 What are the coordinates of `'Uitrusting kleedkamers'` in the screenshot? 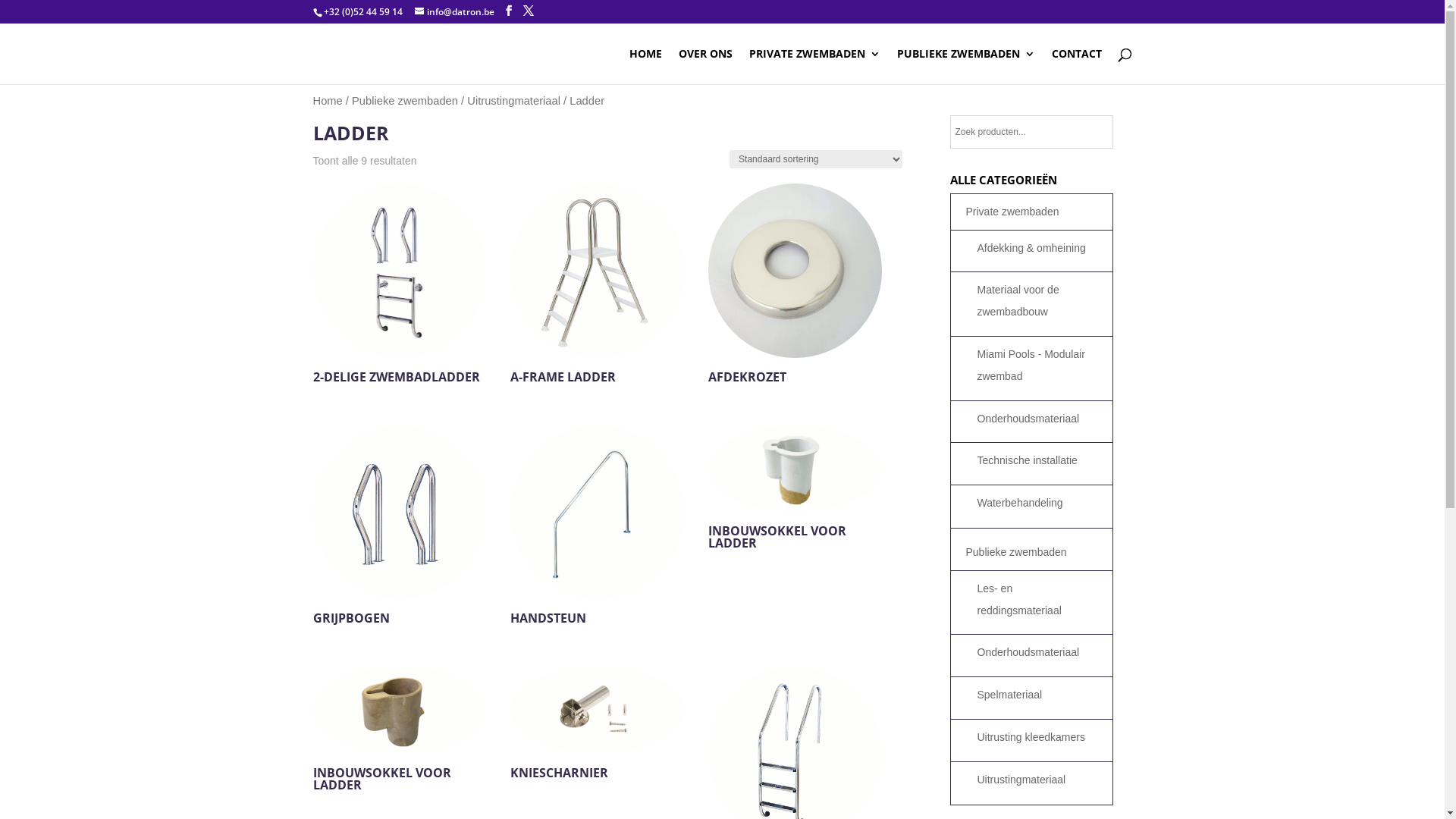 It's located at (960, 736).